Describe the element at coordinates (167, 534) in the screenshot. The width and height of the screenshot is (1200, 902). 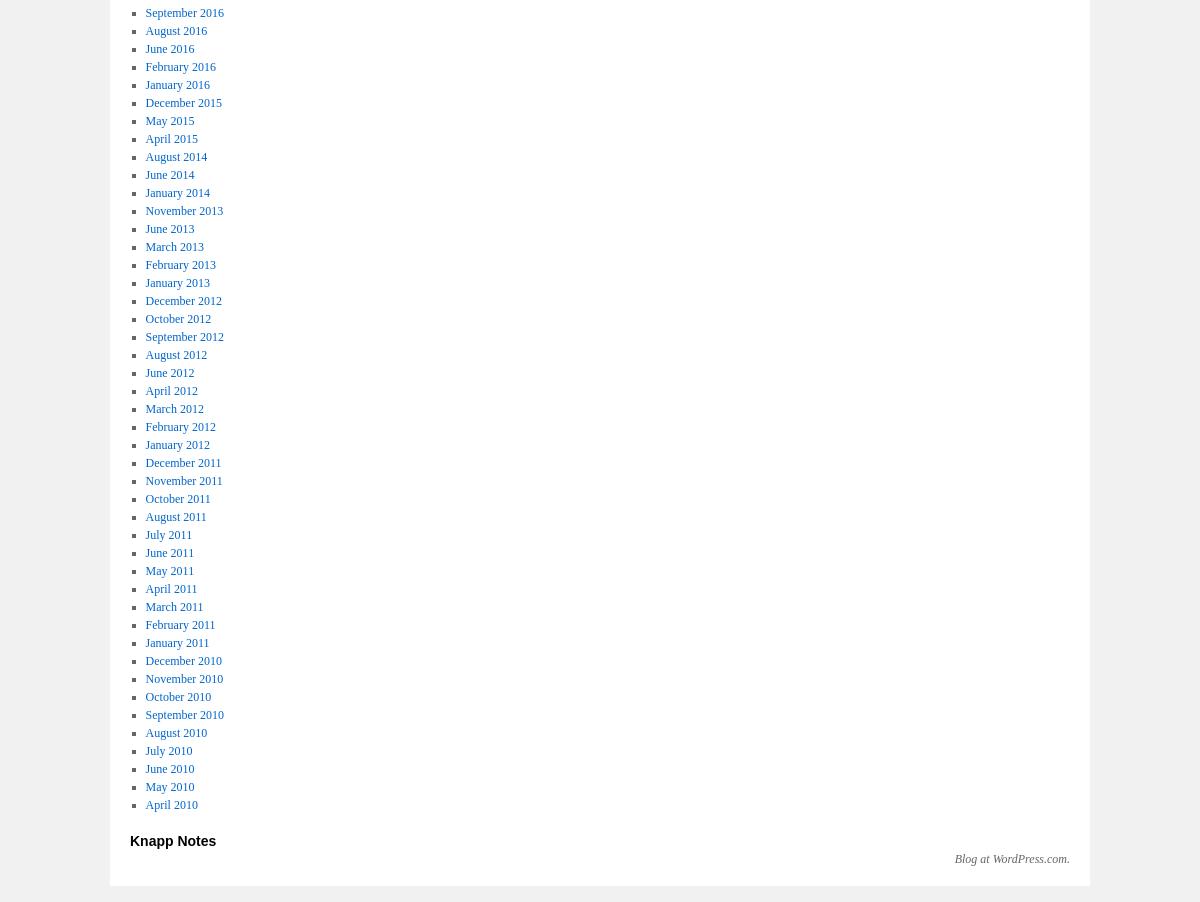
I see `'July 2011'` at that location.